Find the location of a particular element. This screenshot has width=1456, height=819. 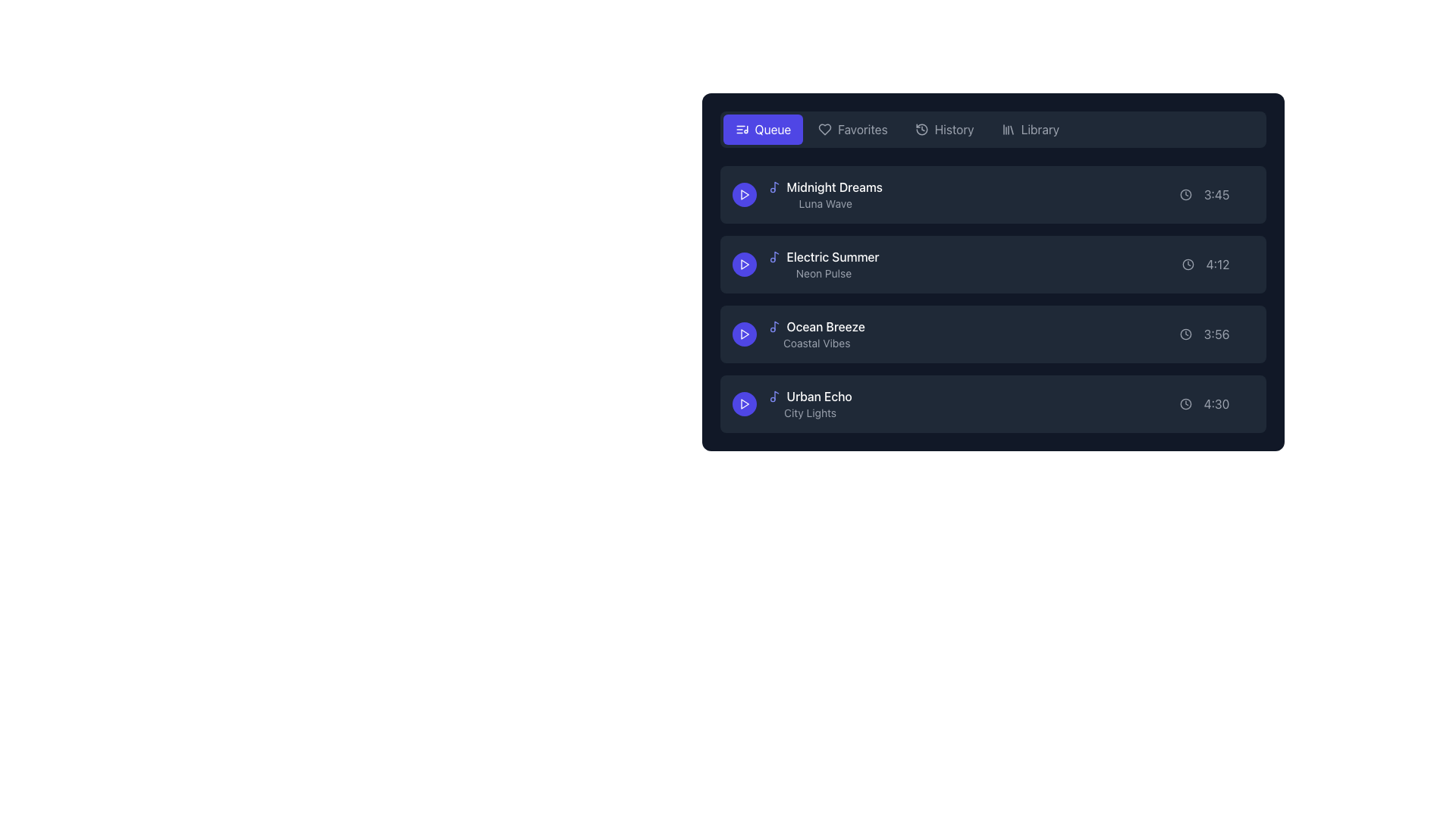

the play button located to the left of the text 'Midnight Dreams' to initiate playback of the media item is located at coordinates (744, 194).